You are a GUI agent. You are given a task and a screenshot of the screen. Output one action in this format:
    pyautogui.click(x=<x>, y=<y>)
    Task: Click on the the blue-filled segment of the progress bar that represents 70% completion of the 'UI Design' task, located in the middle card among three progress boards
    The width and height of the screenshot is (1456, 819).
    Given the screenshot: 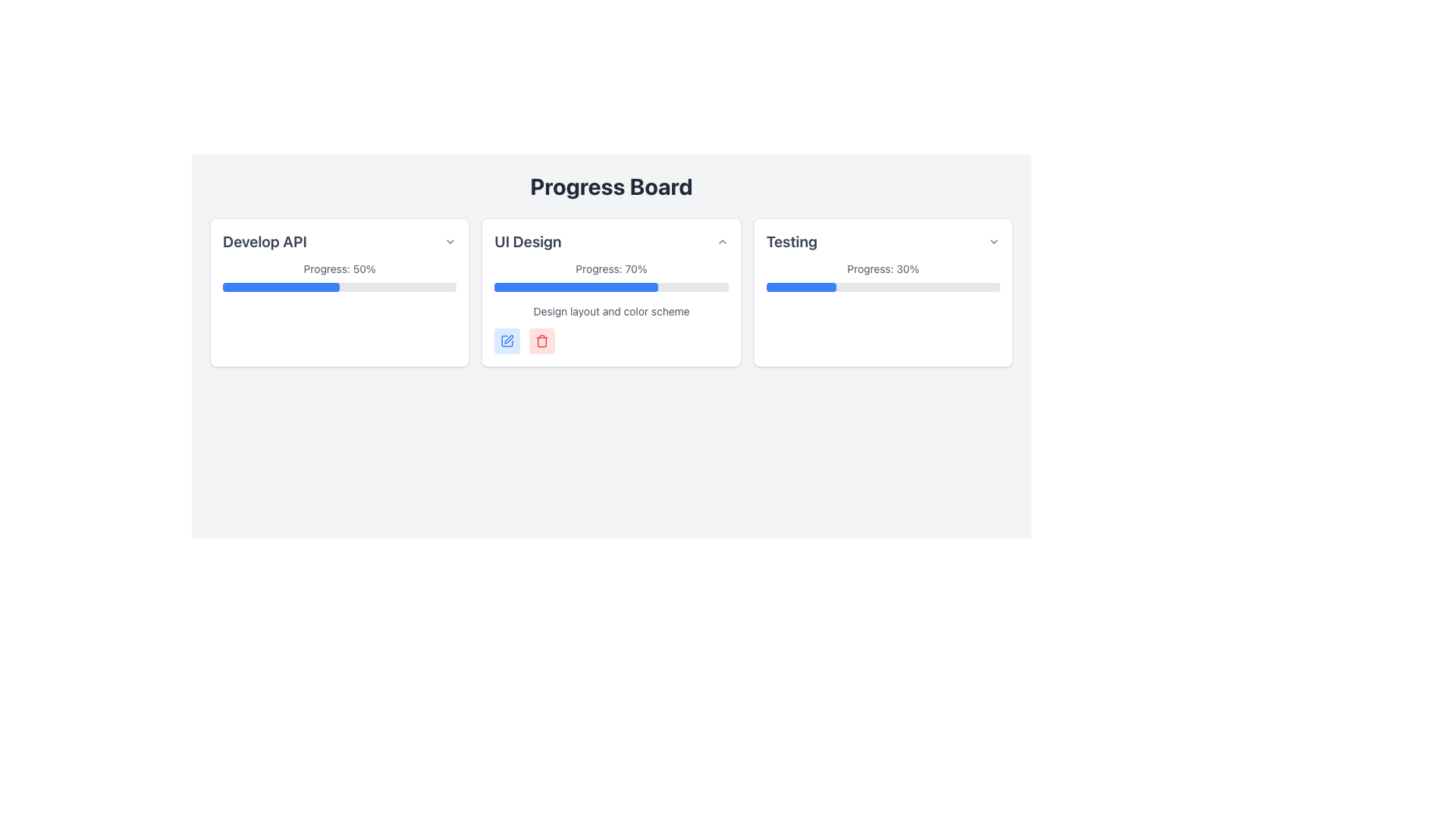 What is the action you would take?
    pyautogui.click(x=576, y=287)
    